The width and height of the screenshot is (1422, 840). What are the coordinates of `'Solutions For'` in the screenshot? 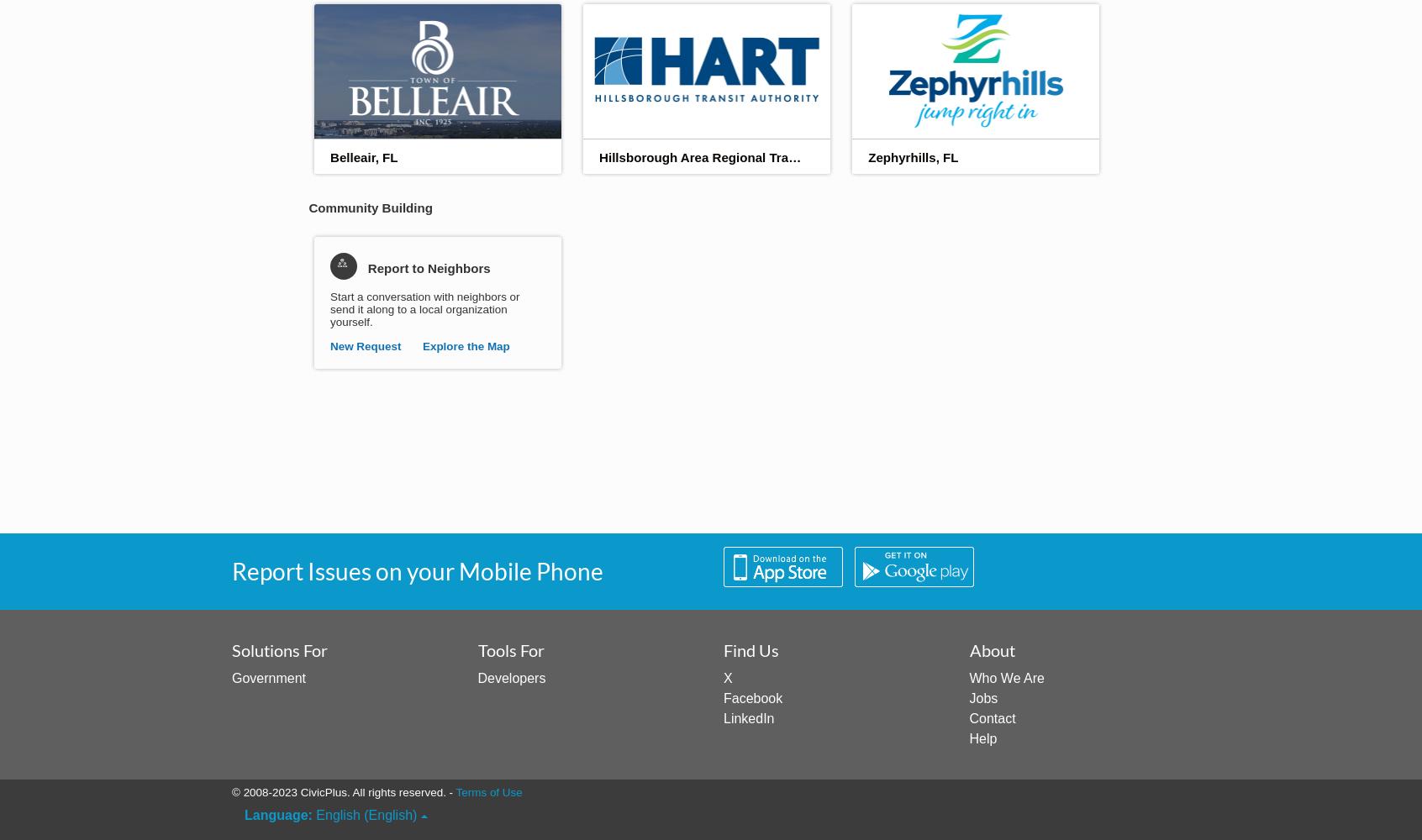 It's located at (278, 649).